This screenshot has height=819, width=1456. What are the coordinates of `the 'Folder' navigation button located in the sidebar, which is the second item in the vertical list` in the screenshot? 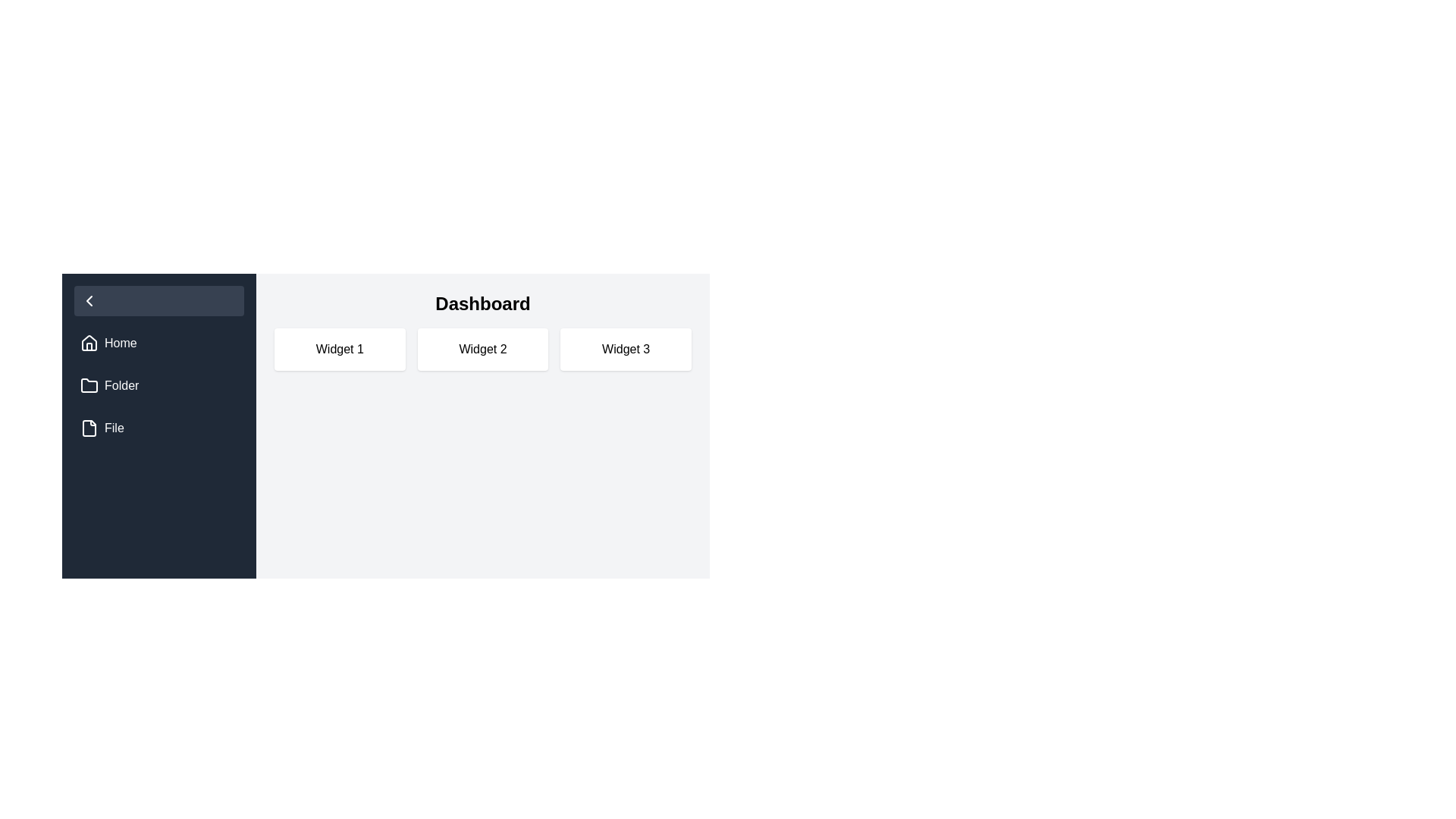 It's located at (159, 385).